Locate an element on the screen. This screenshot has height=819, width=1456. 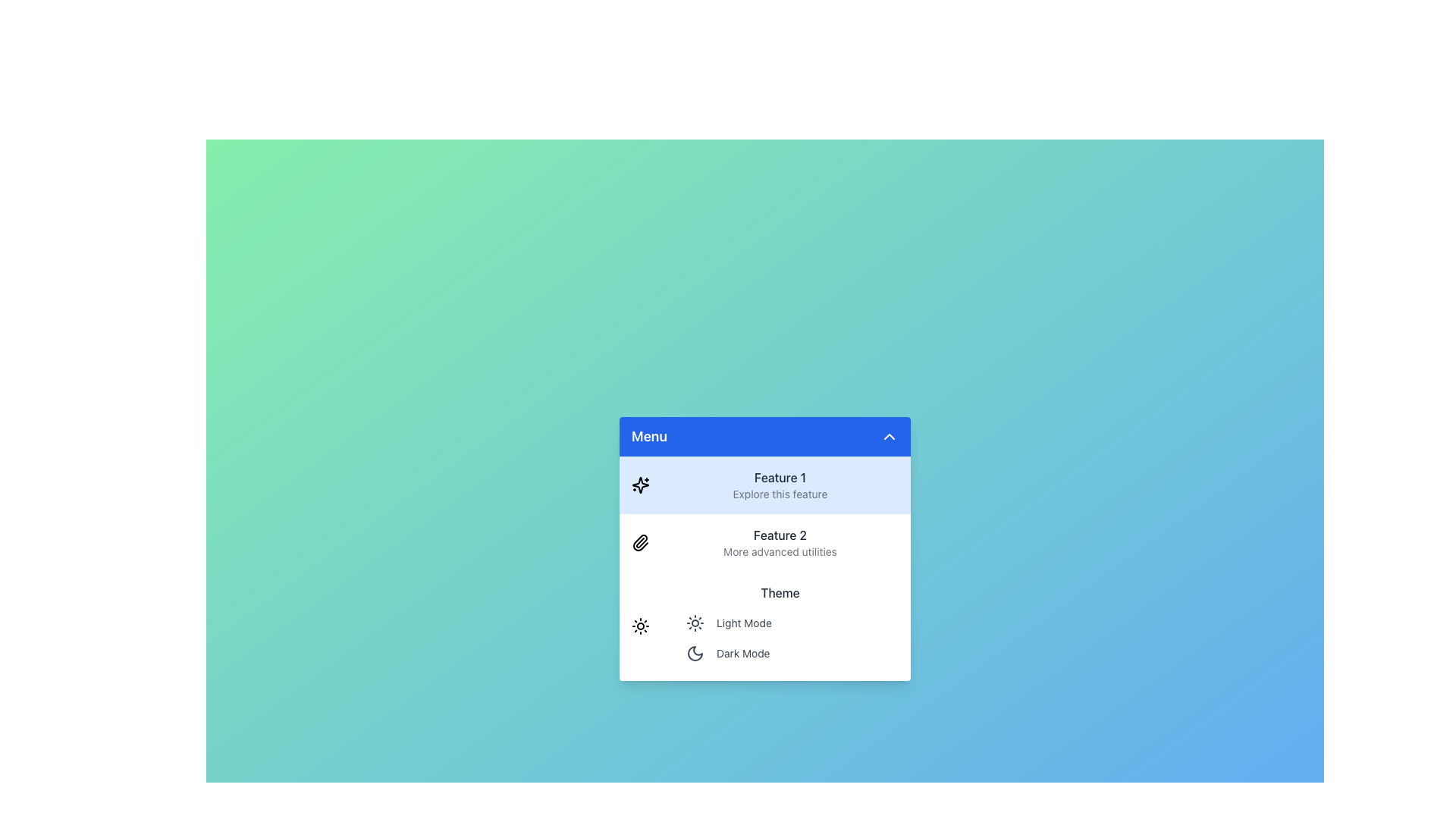
the textual label displaying 'Explore this feature' located below the header text 'Feature 1' in a small-sized, gray font is located at coordinates (780, 494).